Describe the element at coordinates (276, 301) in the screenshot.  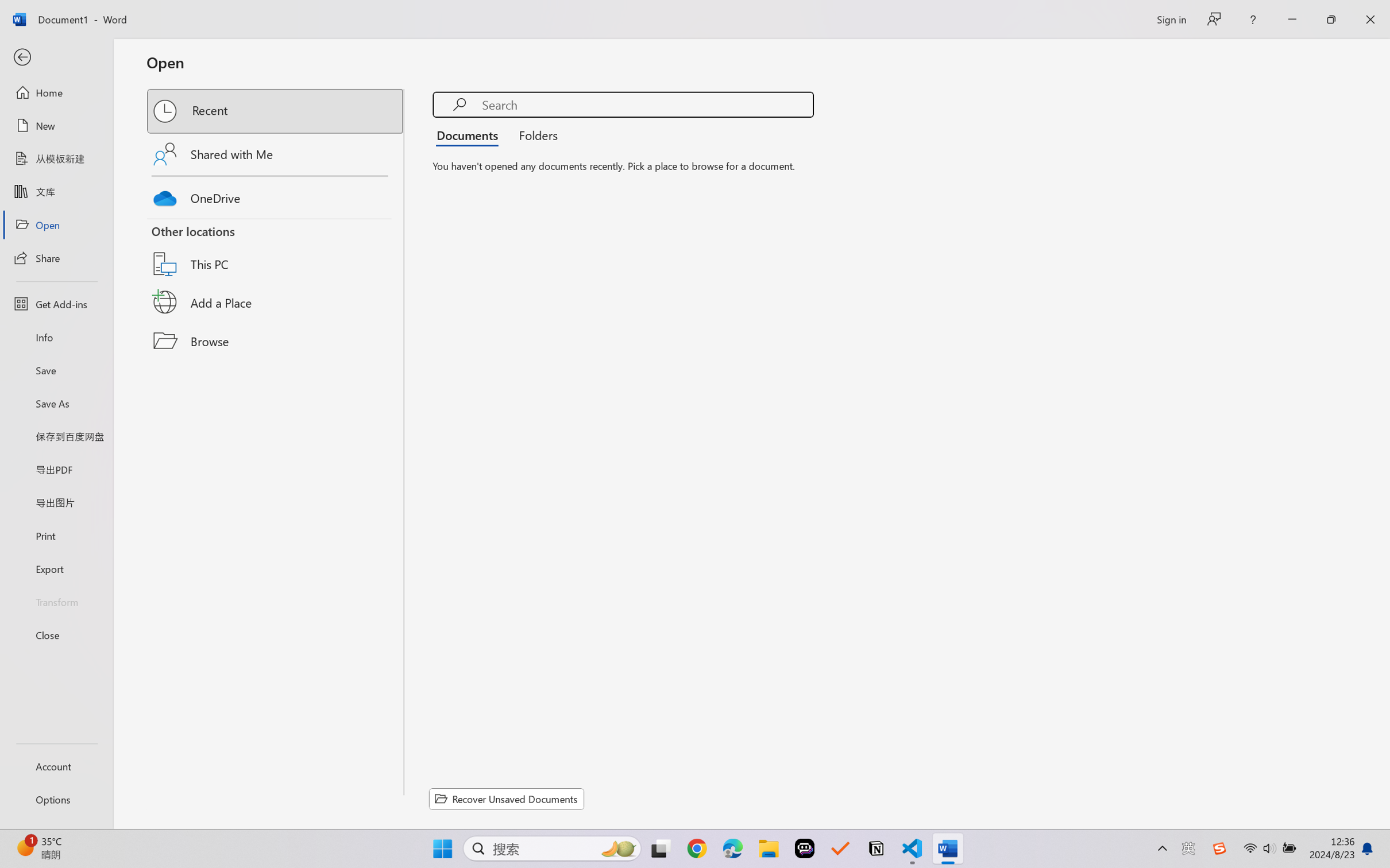
I see `'Add a Place'` at that location.